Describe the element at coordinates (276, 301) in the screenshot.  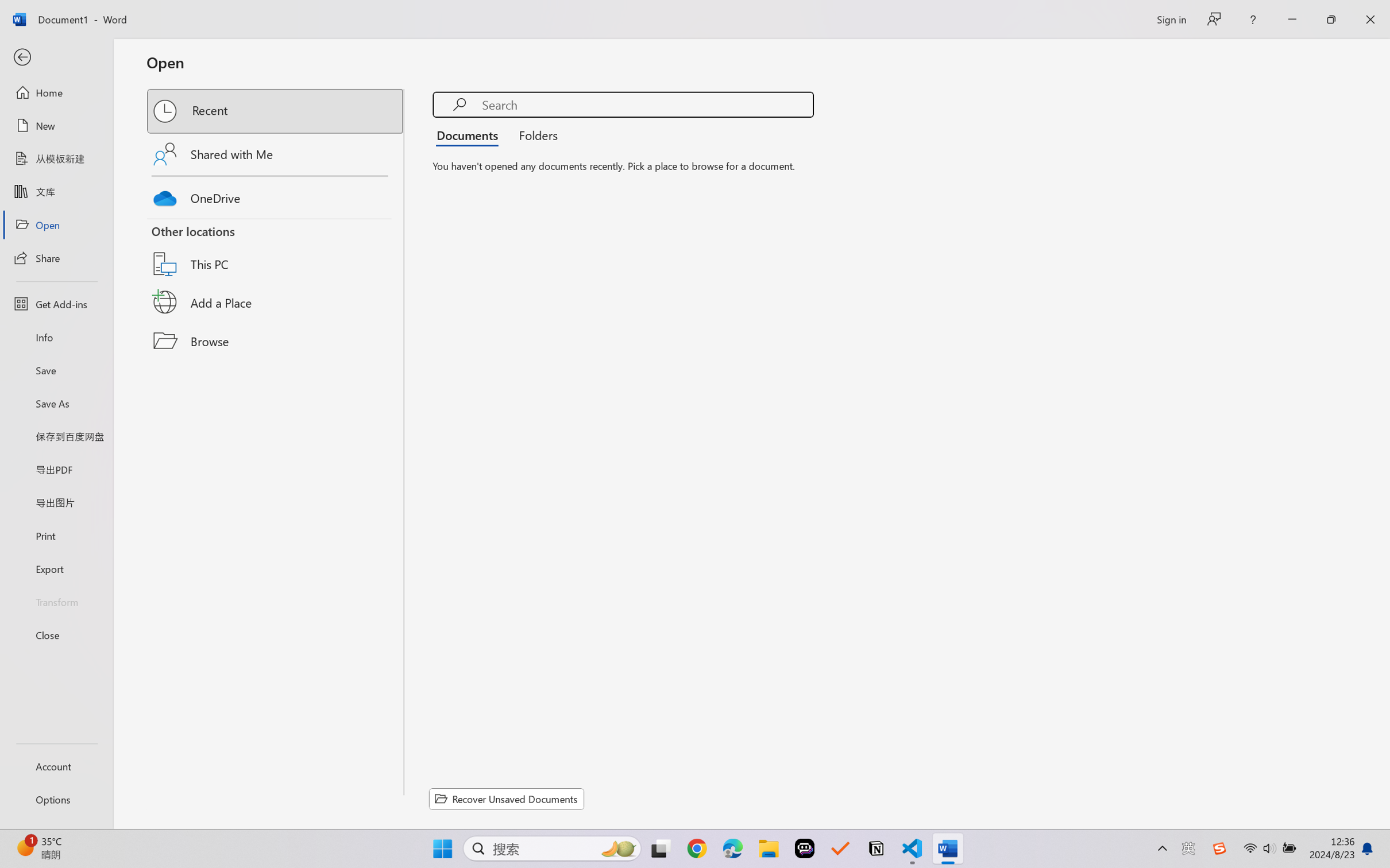
I see `'Add a Place'` at that location.